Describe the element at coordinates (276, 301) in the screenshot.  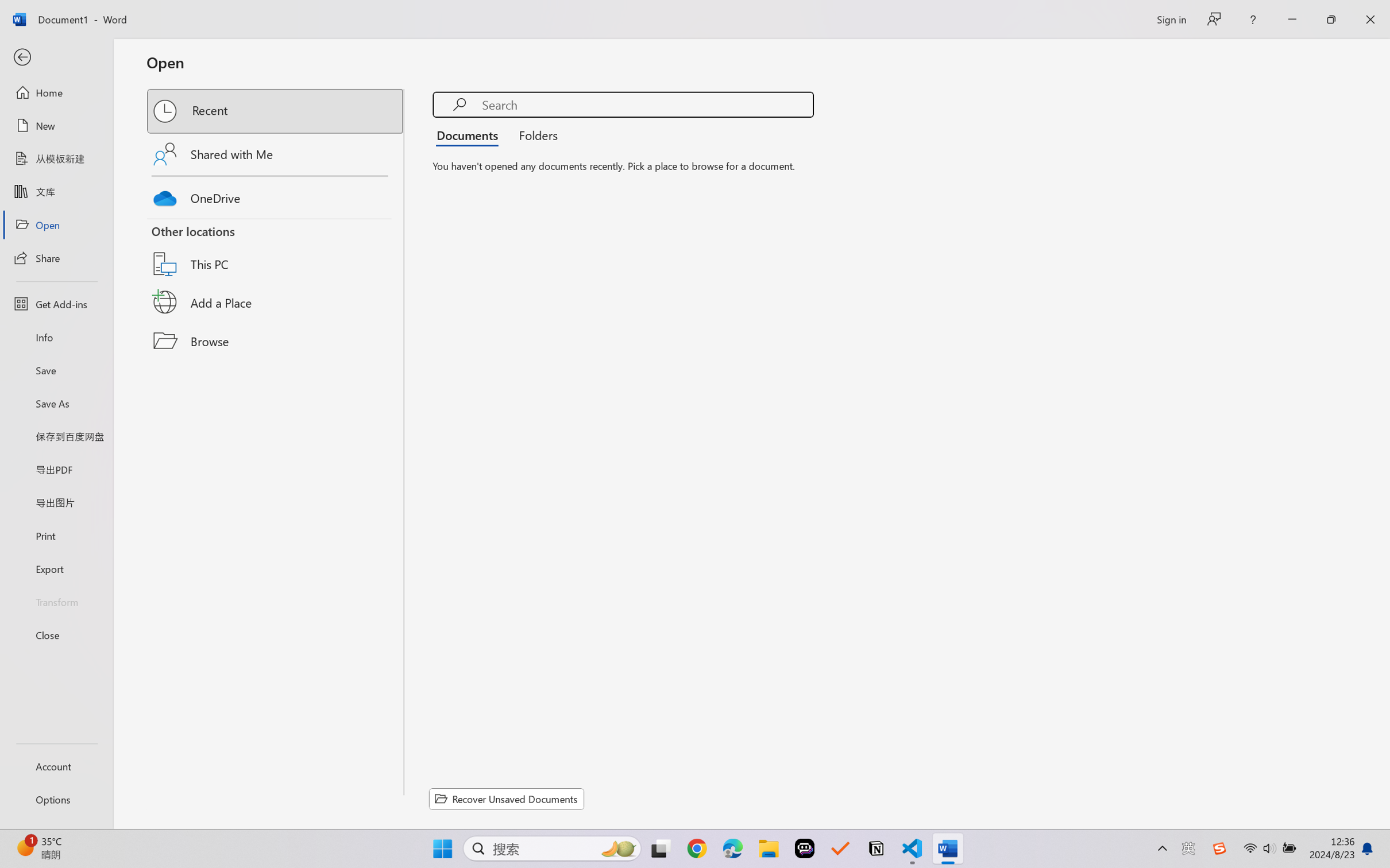
I see `'Add a Place'` at that location.